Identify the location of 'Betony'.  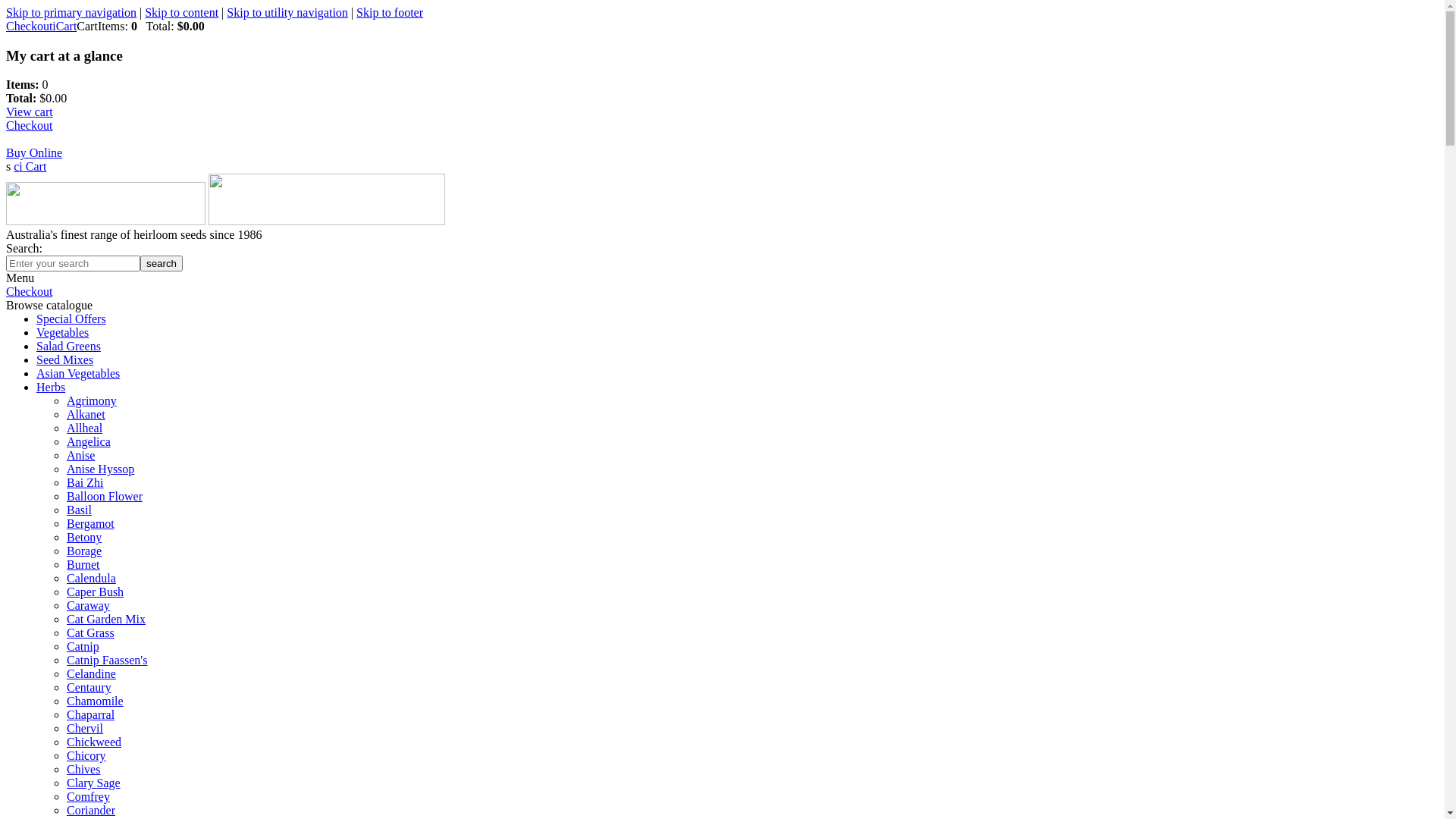
(83, 536).